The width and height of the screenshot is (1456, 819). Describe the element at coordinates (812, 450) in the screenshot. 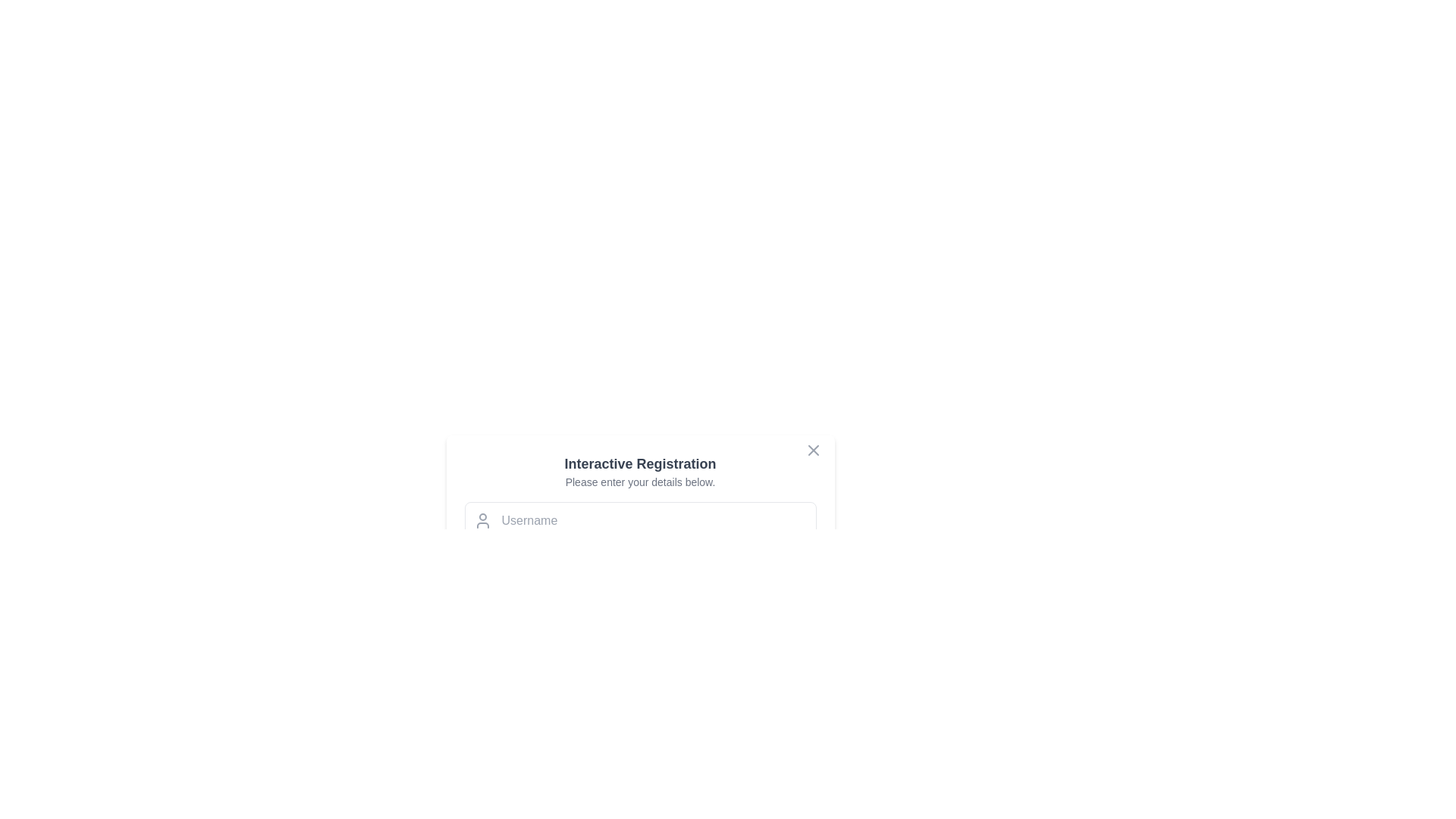

I see `the small square button with a gray 'X' icon located in the top-right corner of the 'Interactive Registration' form to change its color` at that location.